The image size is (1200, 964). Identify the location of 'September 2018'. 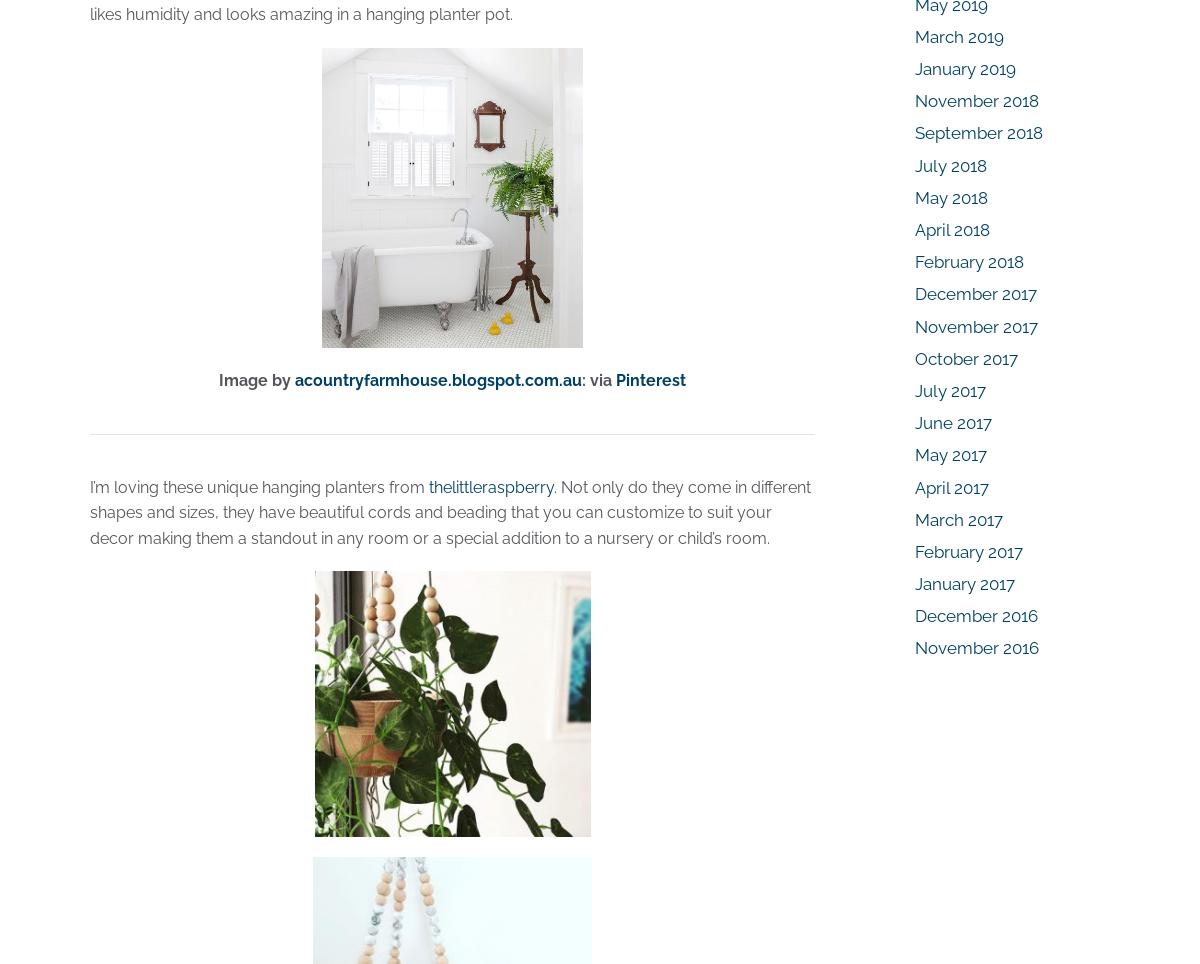
(978, 133).